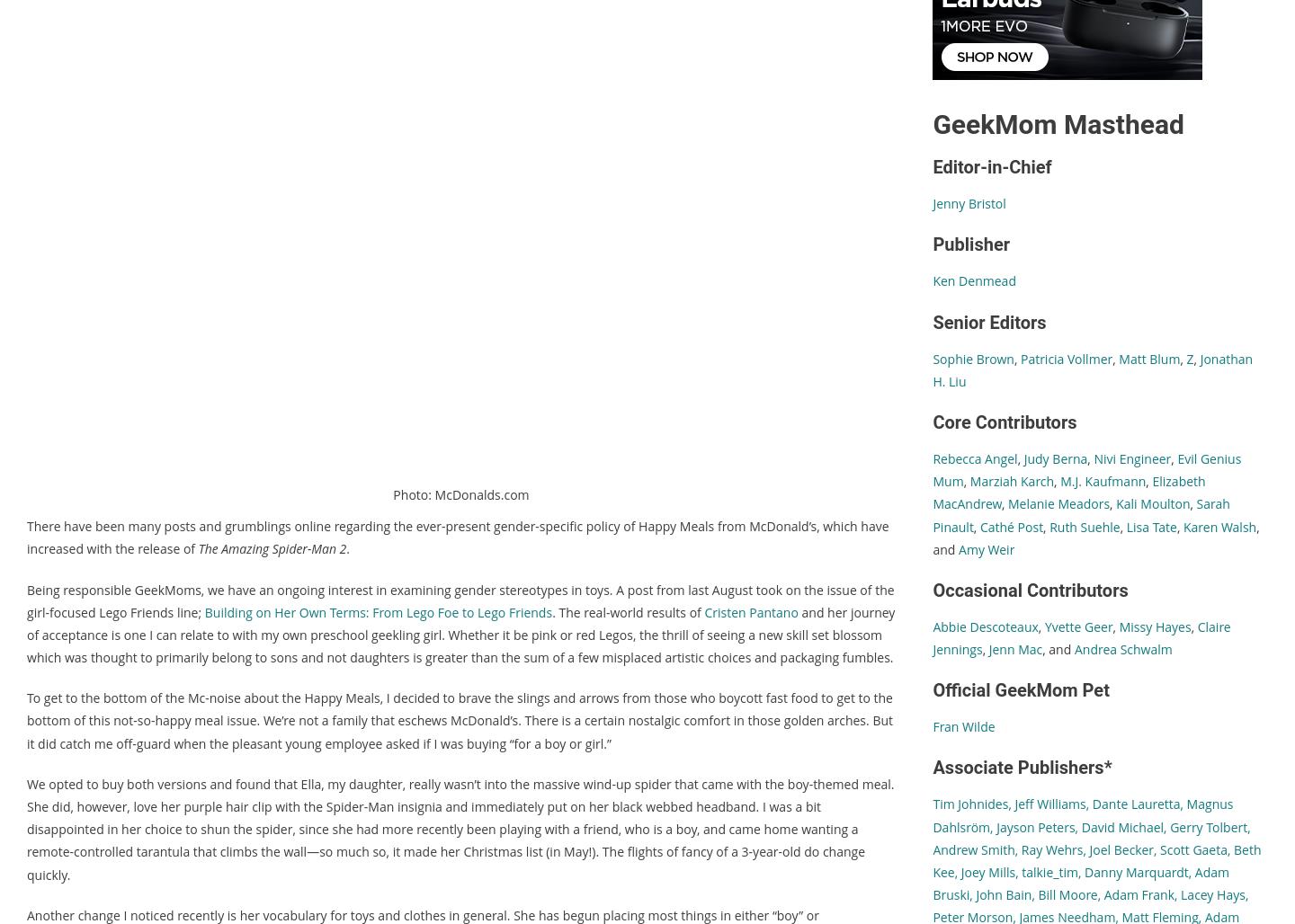 Image resolution: width=1295 pixels, height=924 pixels. Describe the element at coordinates (971, 244) in the screenshot. I see `'Publisher'` at that location.